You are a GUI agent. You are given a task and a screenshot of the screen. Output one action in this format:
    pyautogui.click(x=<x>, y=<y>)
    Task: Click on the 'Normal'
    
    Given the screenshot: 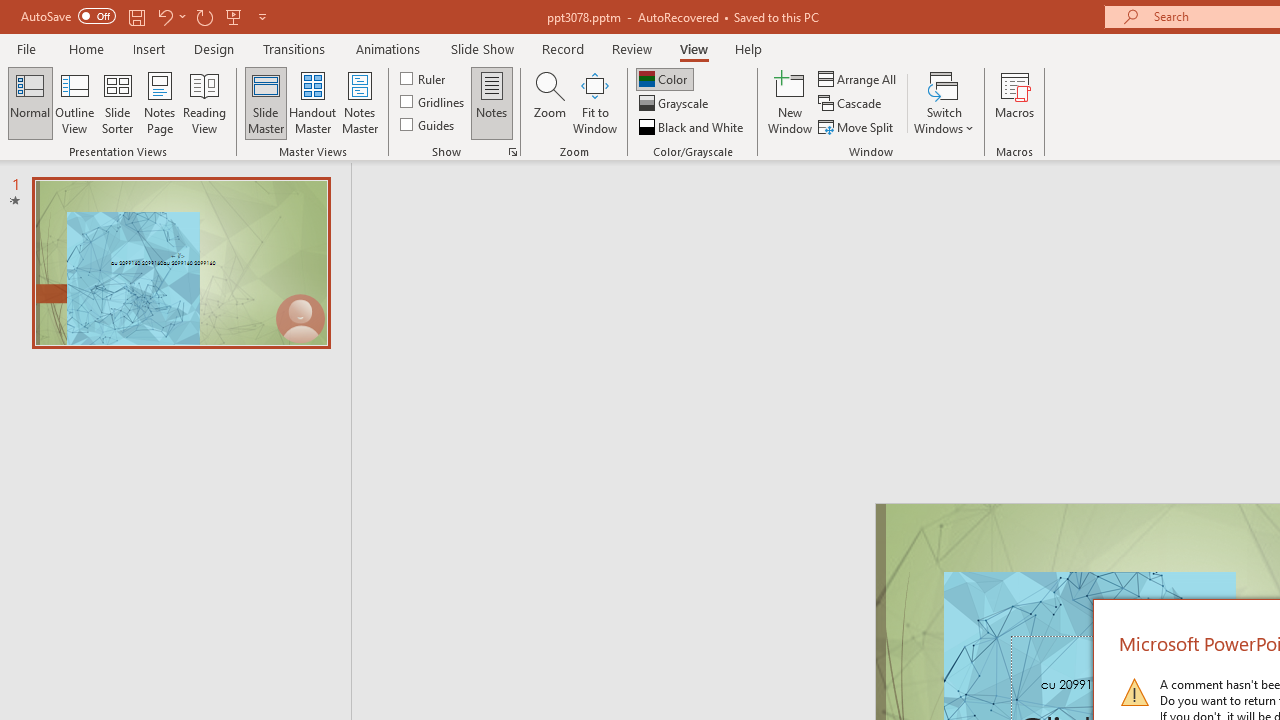 What is the action you would take?
    pyautogui.click(x=30, y=103)
    